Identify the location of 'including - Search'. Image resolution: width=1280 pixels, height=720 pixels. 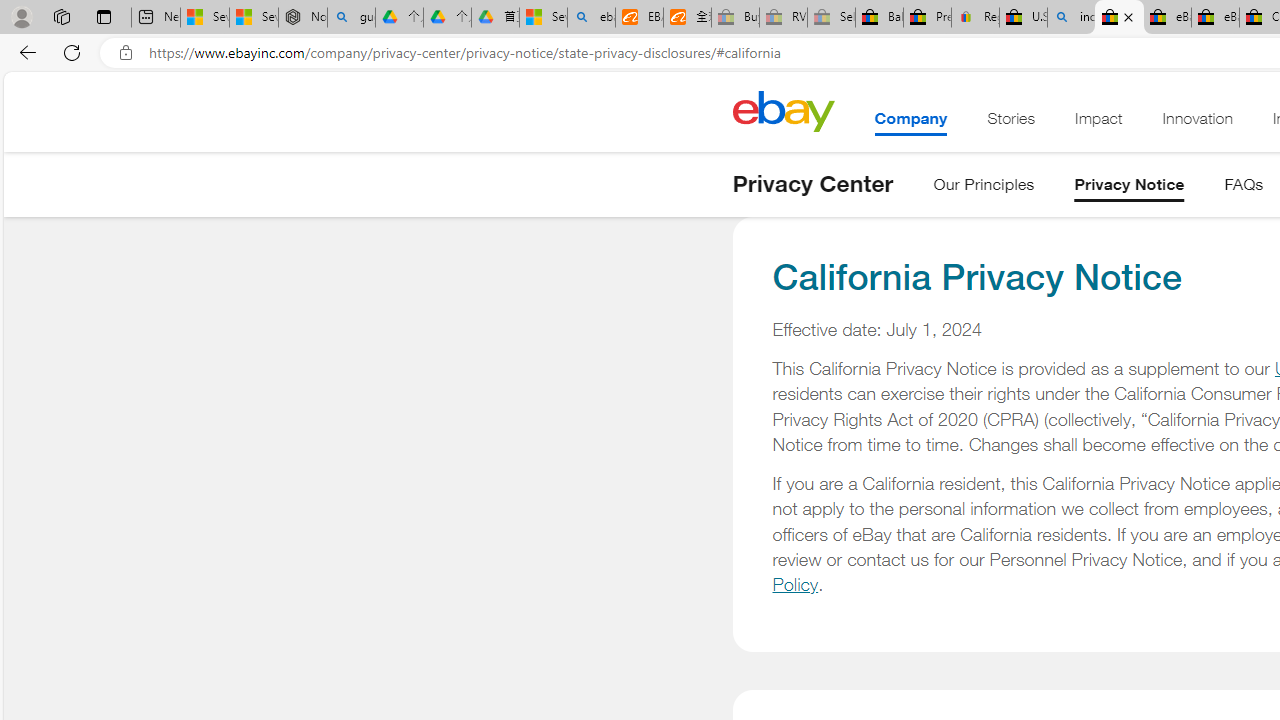
(1070, 17).